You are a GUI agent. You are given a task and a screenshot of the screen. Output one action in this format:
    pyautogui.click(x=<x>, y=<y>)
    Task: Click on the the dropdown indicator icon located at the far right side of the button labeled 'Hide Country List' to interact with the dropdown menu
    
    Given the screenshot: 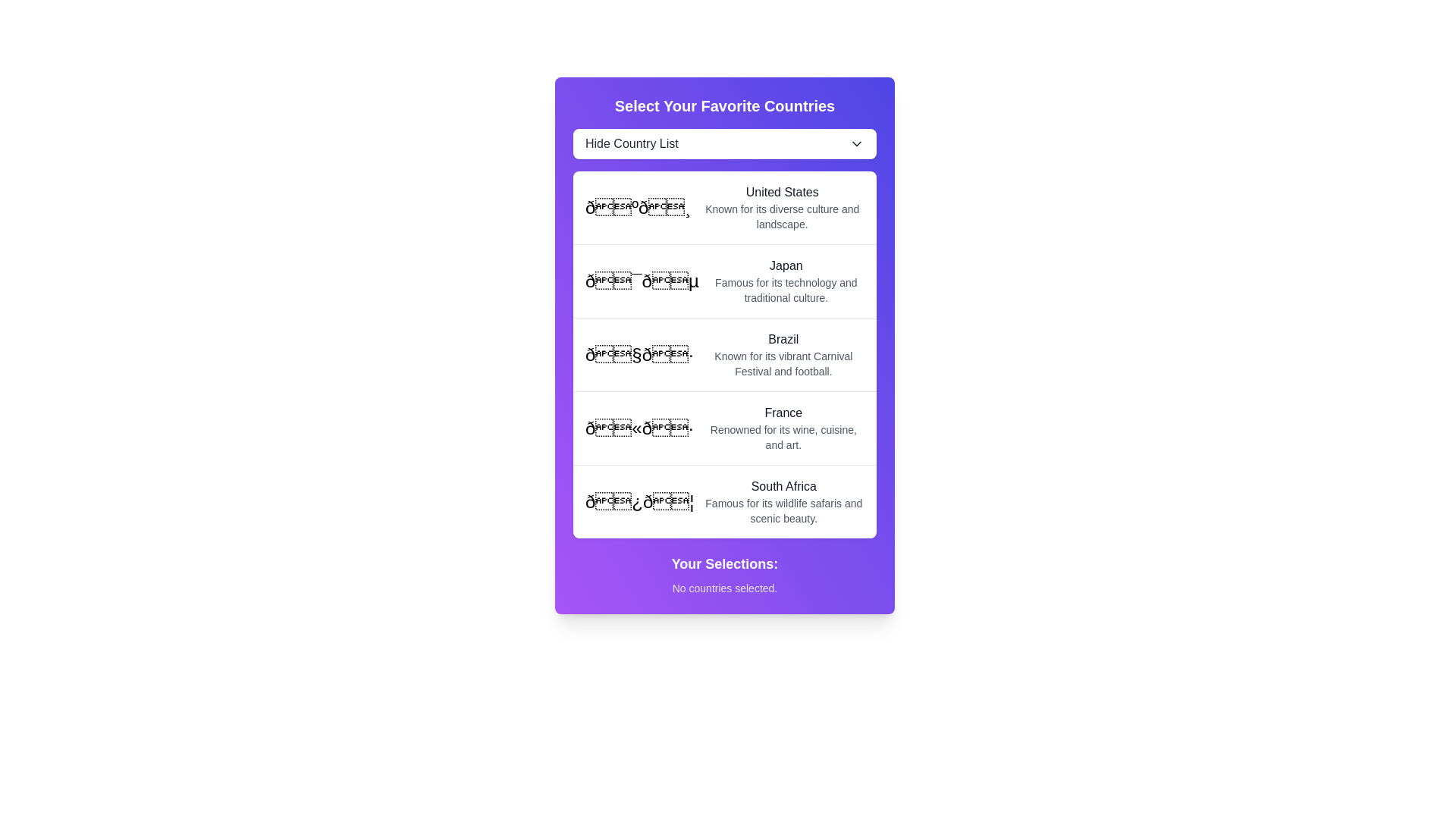 What is the action you would take?
    pyautogui.click(x=856, y=143)
    